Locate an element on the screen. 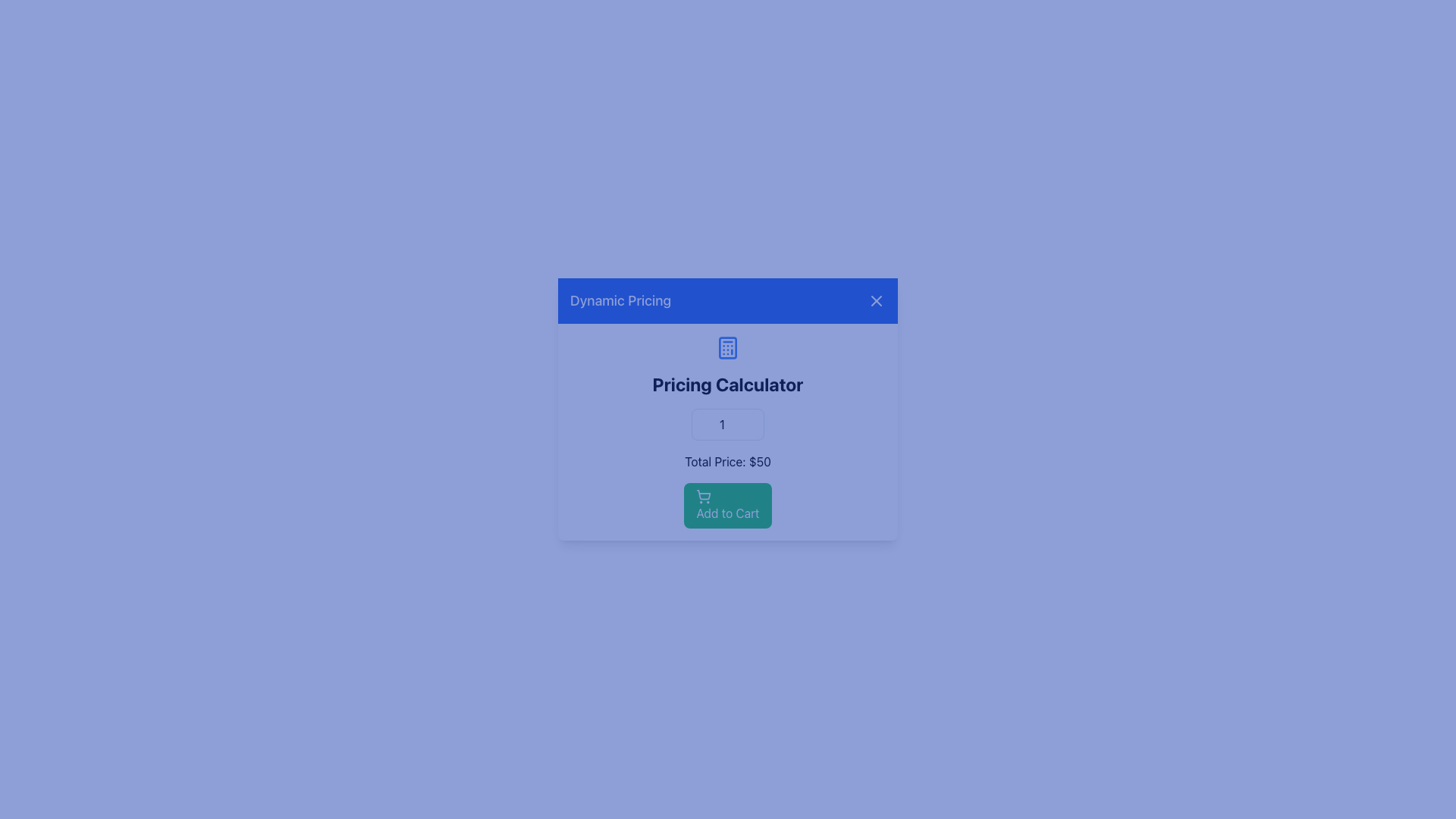  the Static Text Label displaying 'Total Price: $50' which is positioned below the numeric input field and above the 'Add to Cart' button in the 'Pricing Calculator' dialog is located at coordinates (728, 461).